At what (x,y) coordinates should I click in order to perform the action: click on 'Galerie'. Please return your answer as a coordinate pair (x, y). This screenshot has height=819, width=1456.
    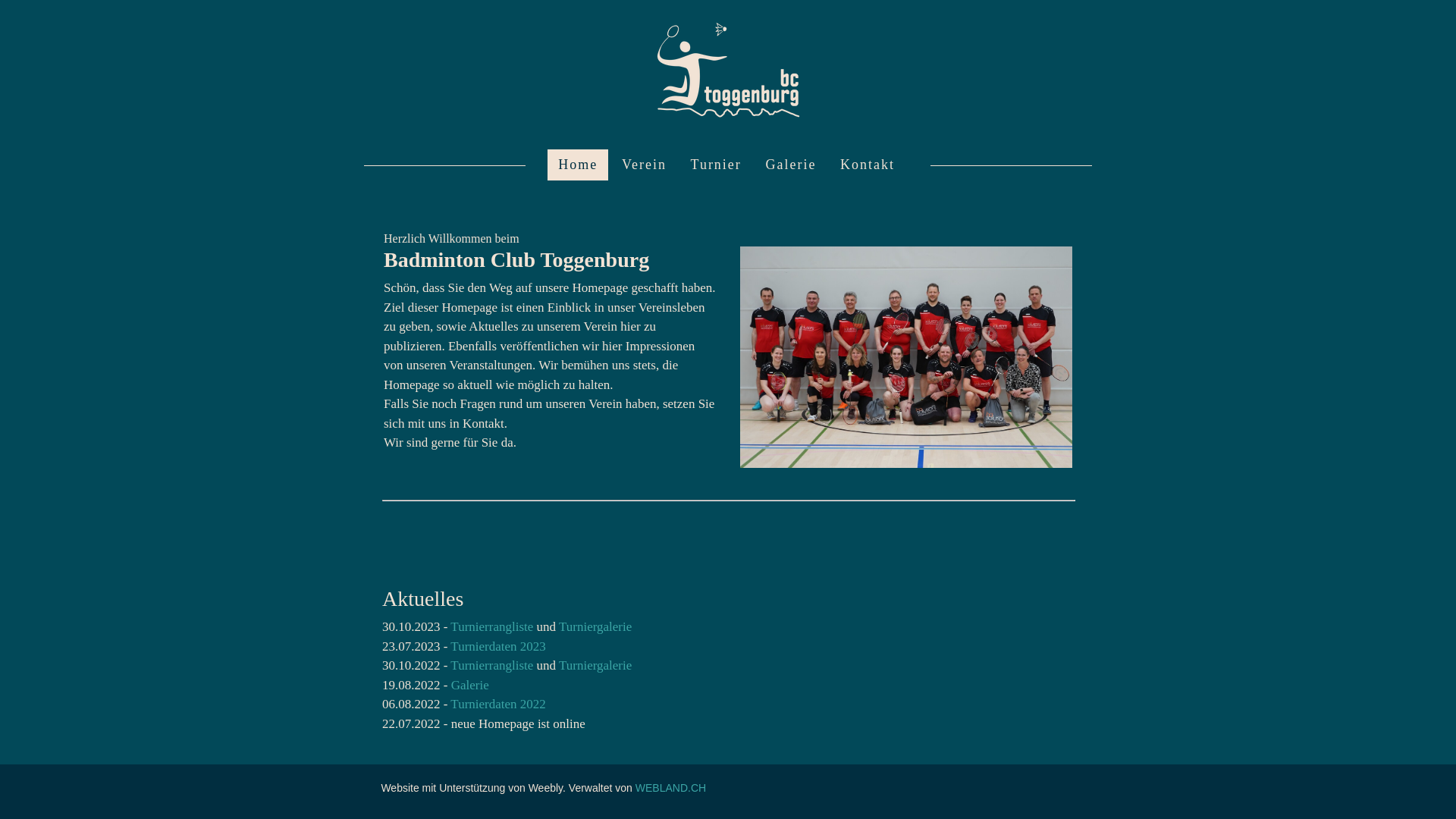
    Looking at the image, I should click on (469, 685).